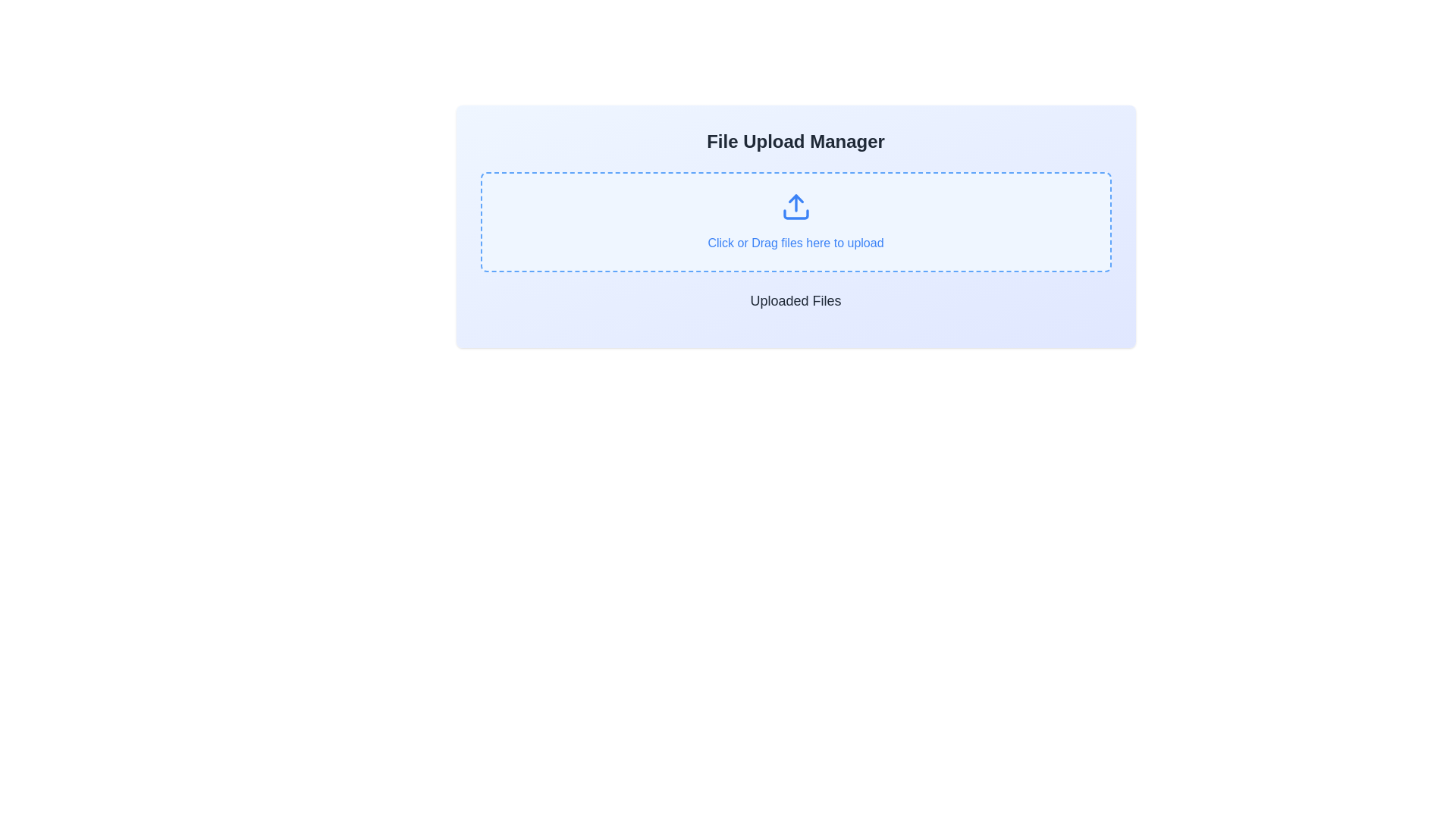 The image size is (1456, 819). Describe the element at coordinates (795, 214) in the screenshot. I see `the lower curved part of the upload icon, which is a blue rectangular shape with rounded corners, located at the center of the file uploading interface` at that location.